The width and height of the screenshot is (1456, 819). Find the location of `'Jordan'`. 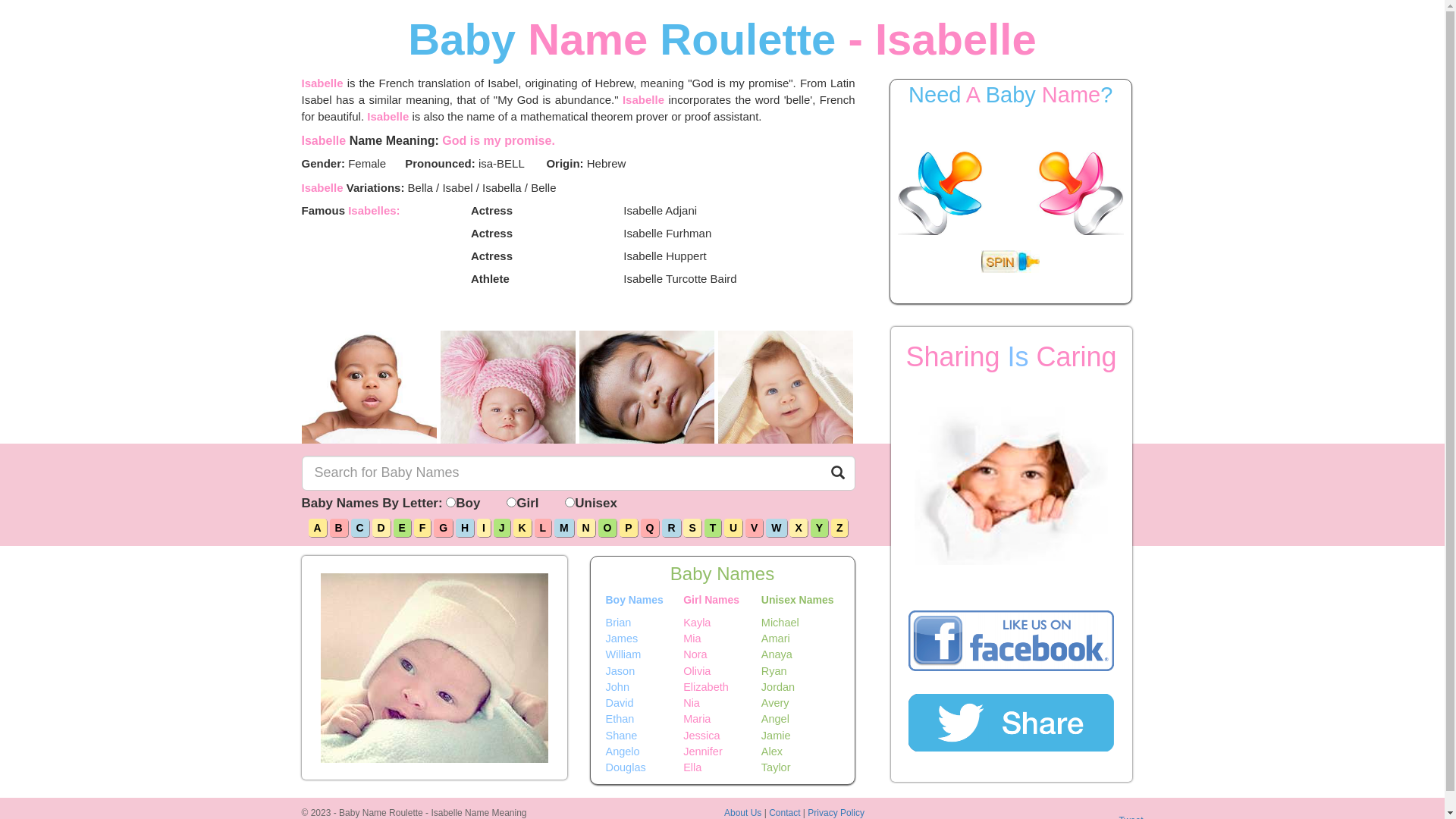

'Jordan' is located at coordinates (799, 687).